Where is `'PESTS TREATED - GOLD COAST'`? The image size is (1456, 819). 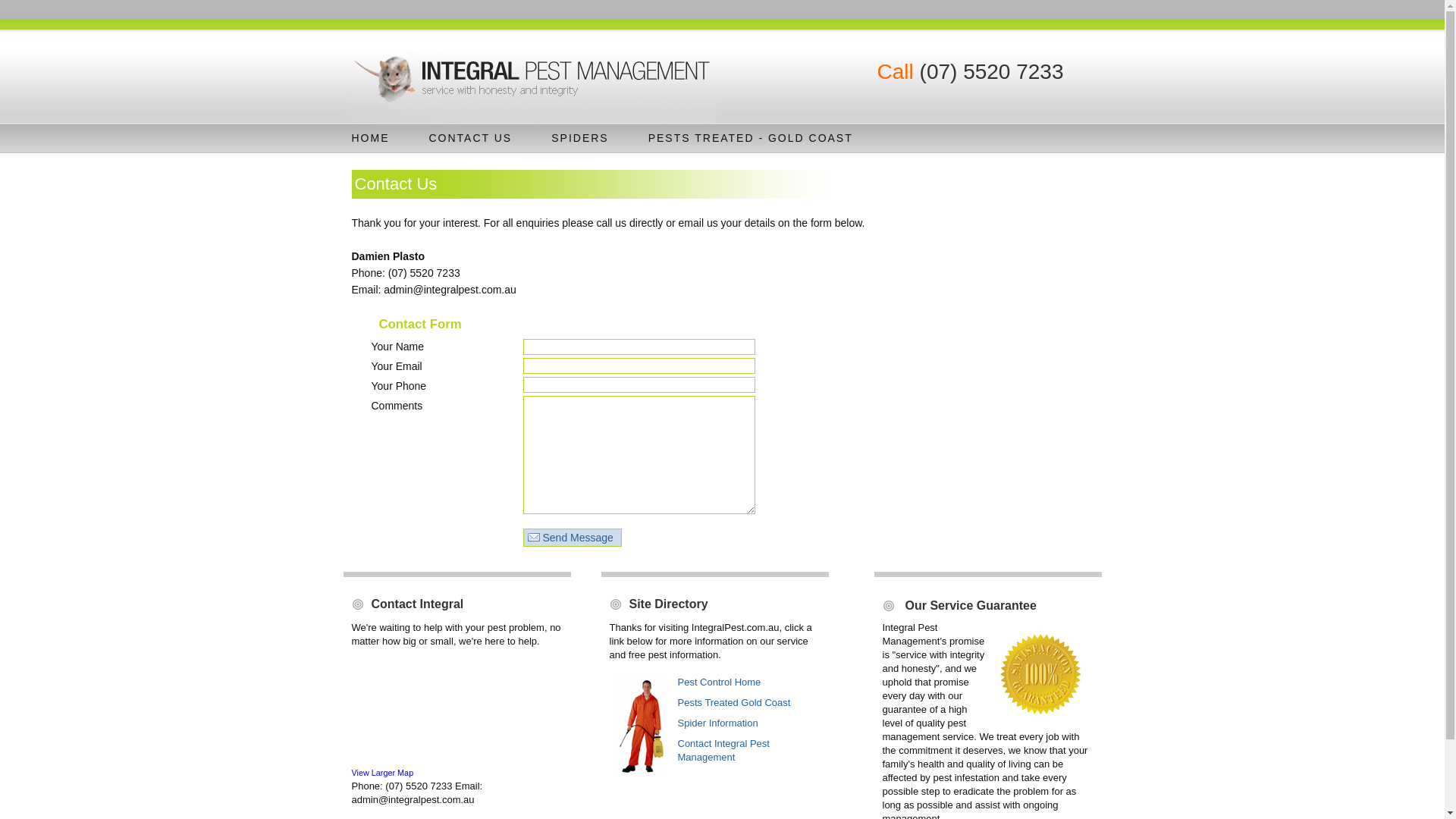 'PESTS TREATED - GOLD COAST' is located at coordinates (750, 137).